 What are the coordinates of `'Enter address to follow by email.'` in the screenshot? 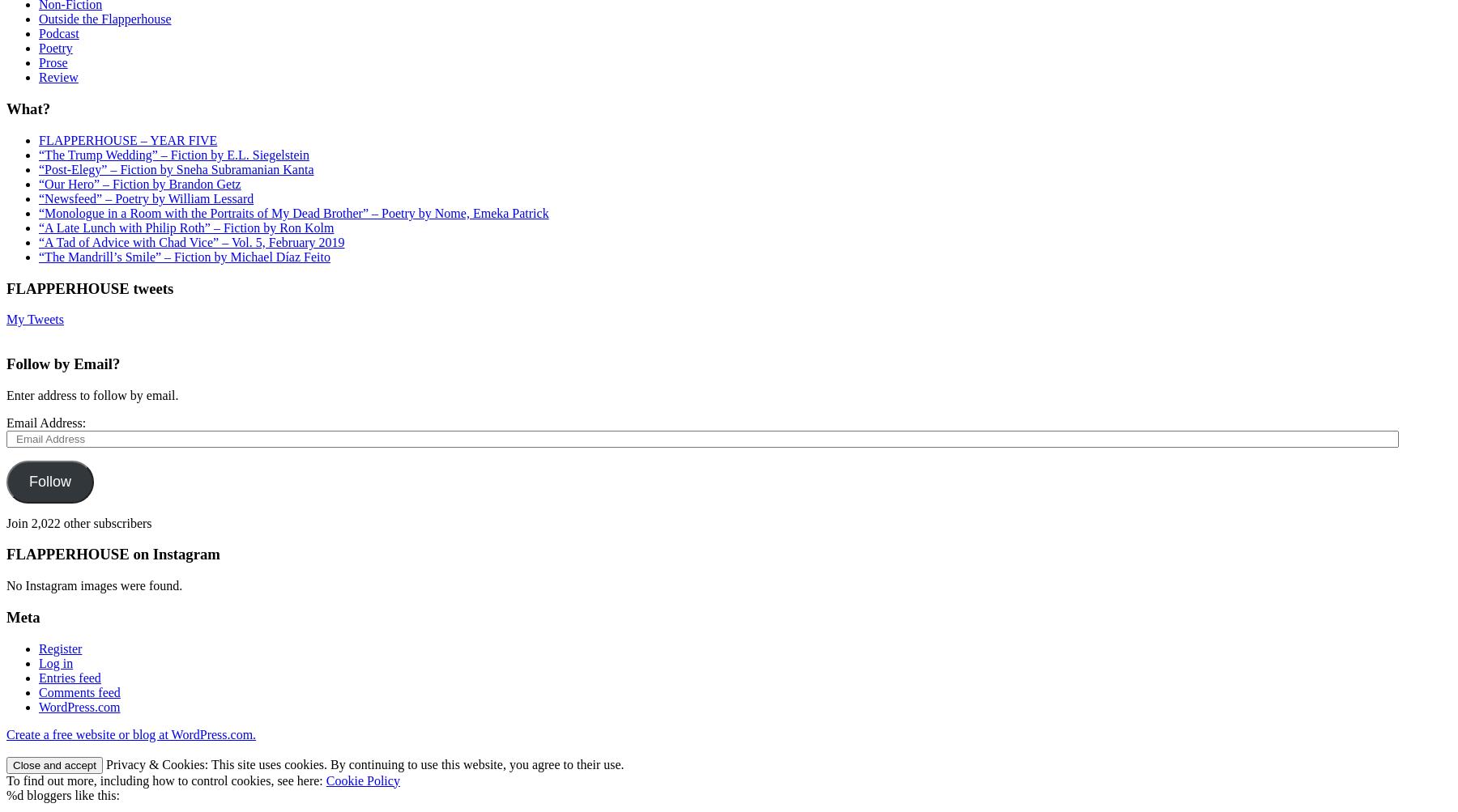 It's located at (92, 394).